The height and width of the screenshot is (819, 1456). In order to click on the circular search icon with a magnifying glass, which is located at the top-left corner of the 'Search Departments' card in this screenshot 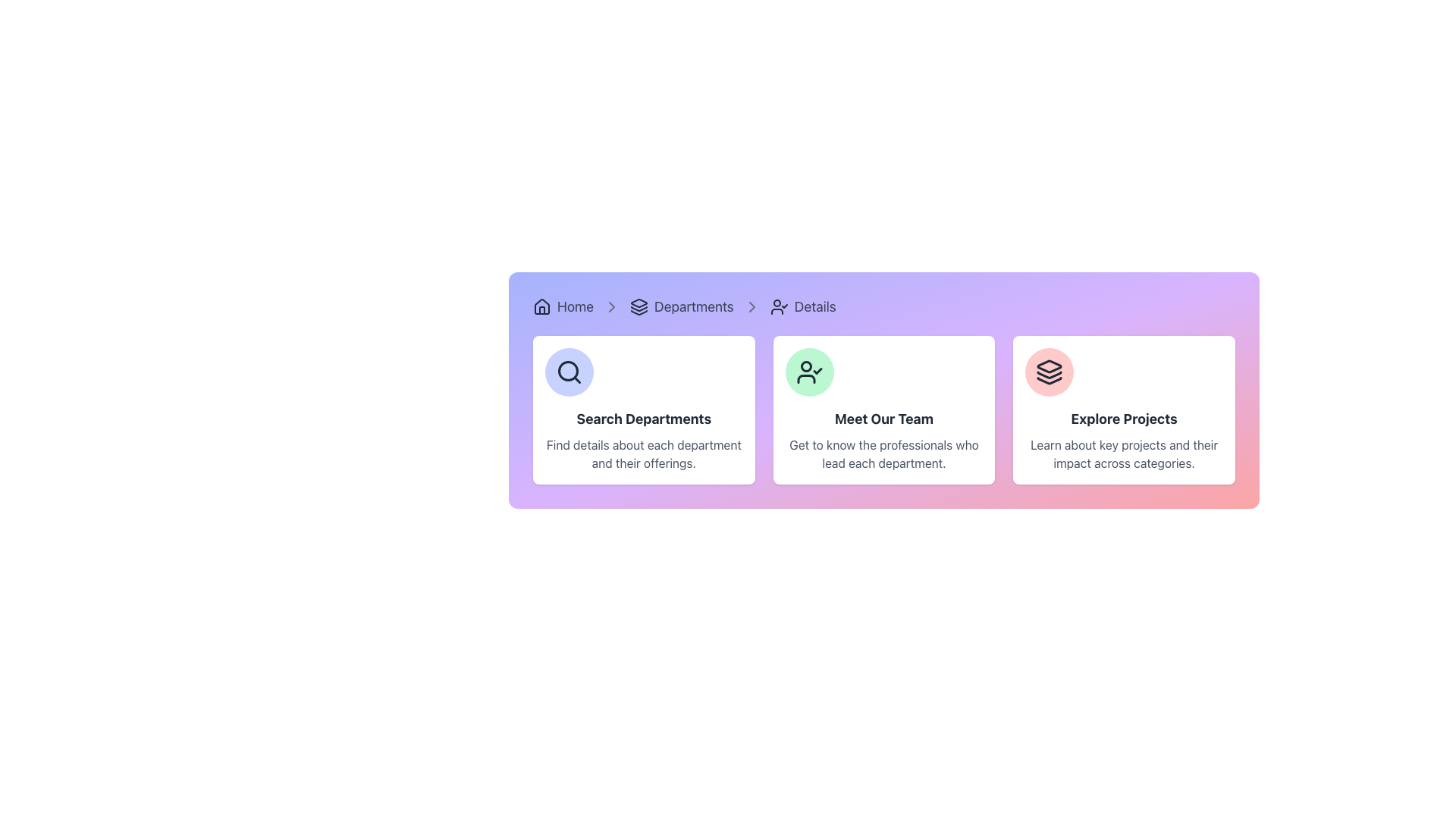, I will do `click(568, 372)`.